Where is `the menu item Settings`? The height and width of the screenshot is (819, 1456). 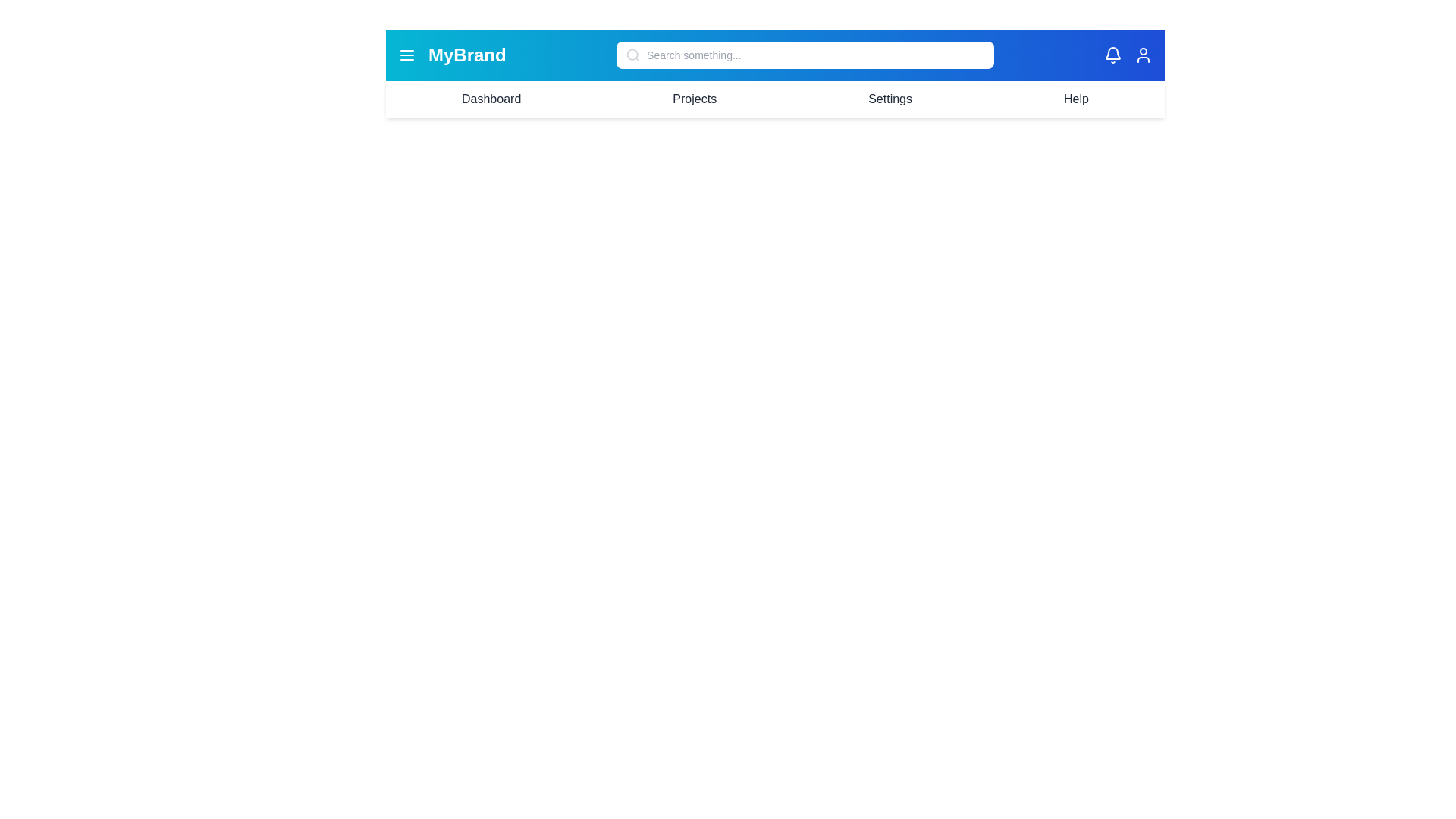 the menu item Settings is located at coordinates (890, 99).